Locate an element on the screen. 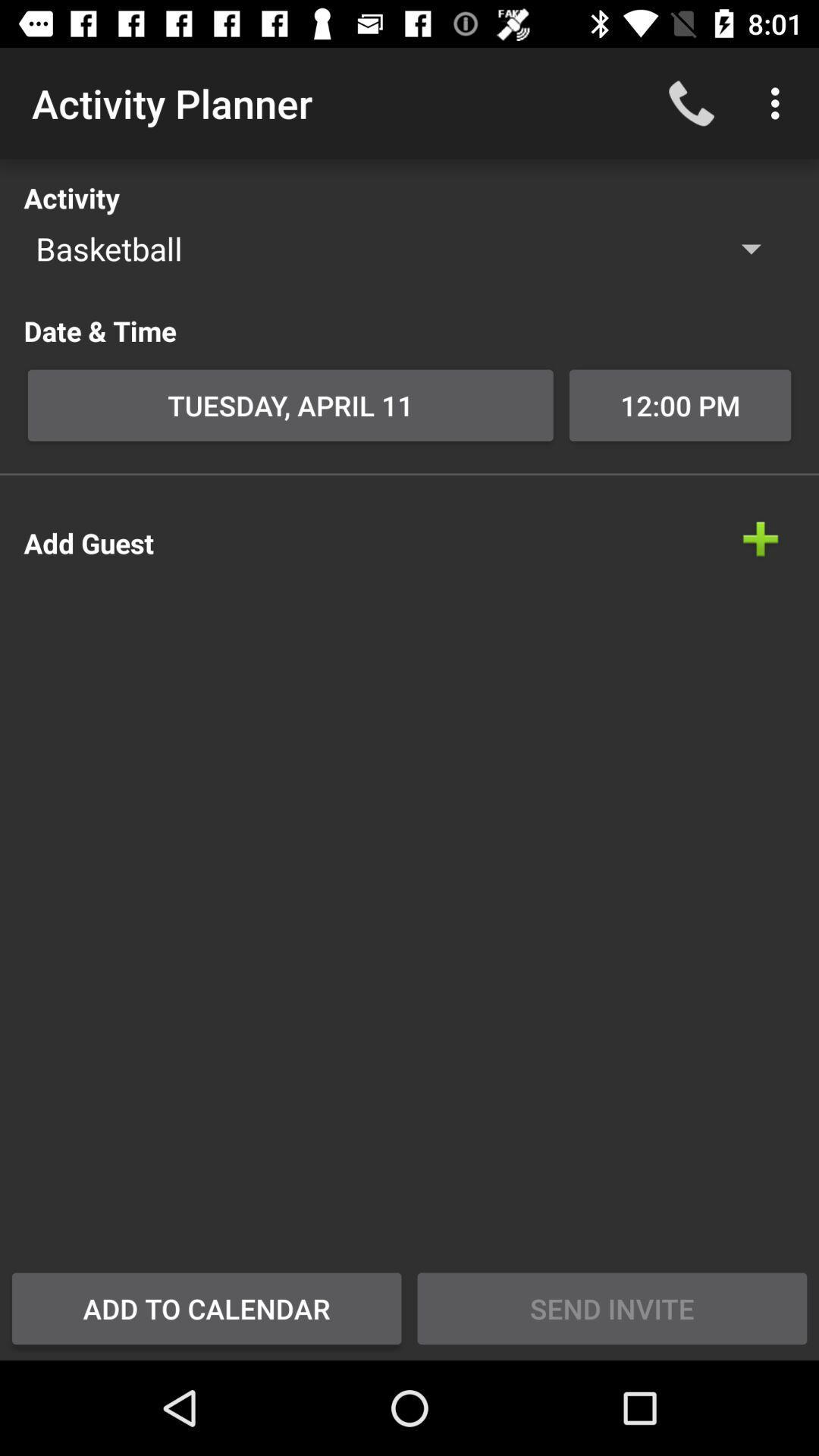 The width and height of the screenshot is (819, 1456). item next to the add to calendar is located at coordinates (611, 1307).